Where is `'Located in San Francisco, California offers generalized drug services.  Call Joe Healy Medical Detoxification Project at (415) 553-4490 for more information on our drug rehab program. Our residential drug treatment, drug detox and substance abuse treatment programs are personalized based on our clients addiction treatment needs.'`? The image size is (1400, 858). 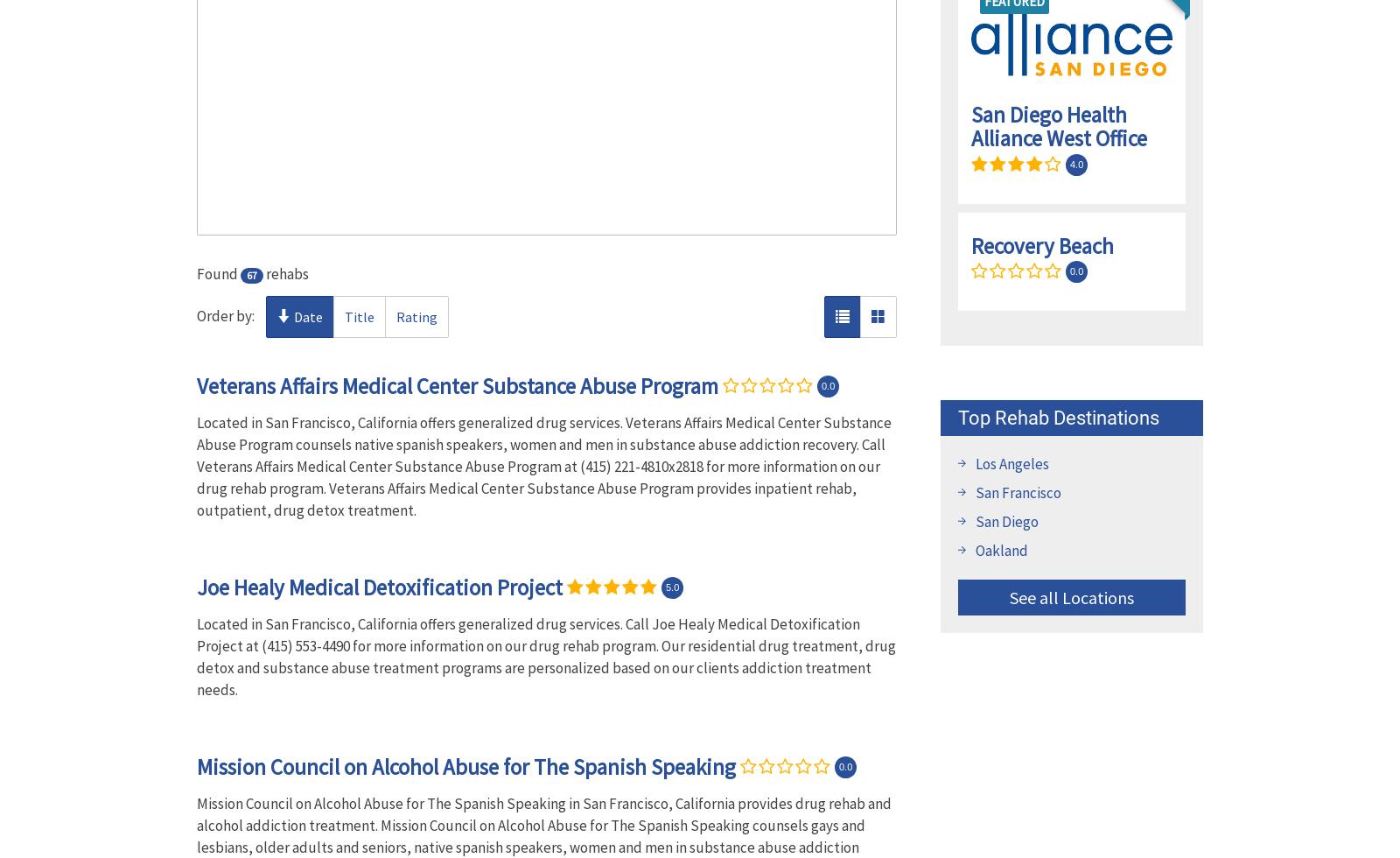
'Located in San Francisco, California offers generalized drug services.  Call Joe Healy Medical Detoxification Project at (415) 553-4490 for more information on our drug rehab program. Our residential drug treatment, drug detox and substance abuse treatment programs are personalized based on our clients addiction treatment needs.' is located at coordinates (546, 656).